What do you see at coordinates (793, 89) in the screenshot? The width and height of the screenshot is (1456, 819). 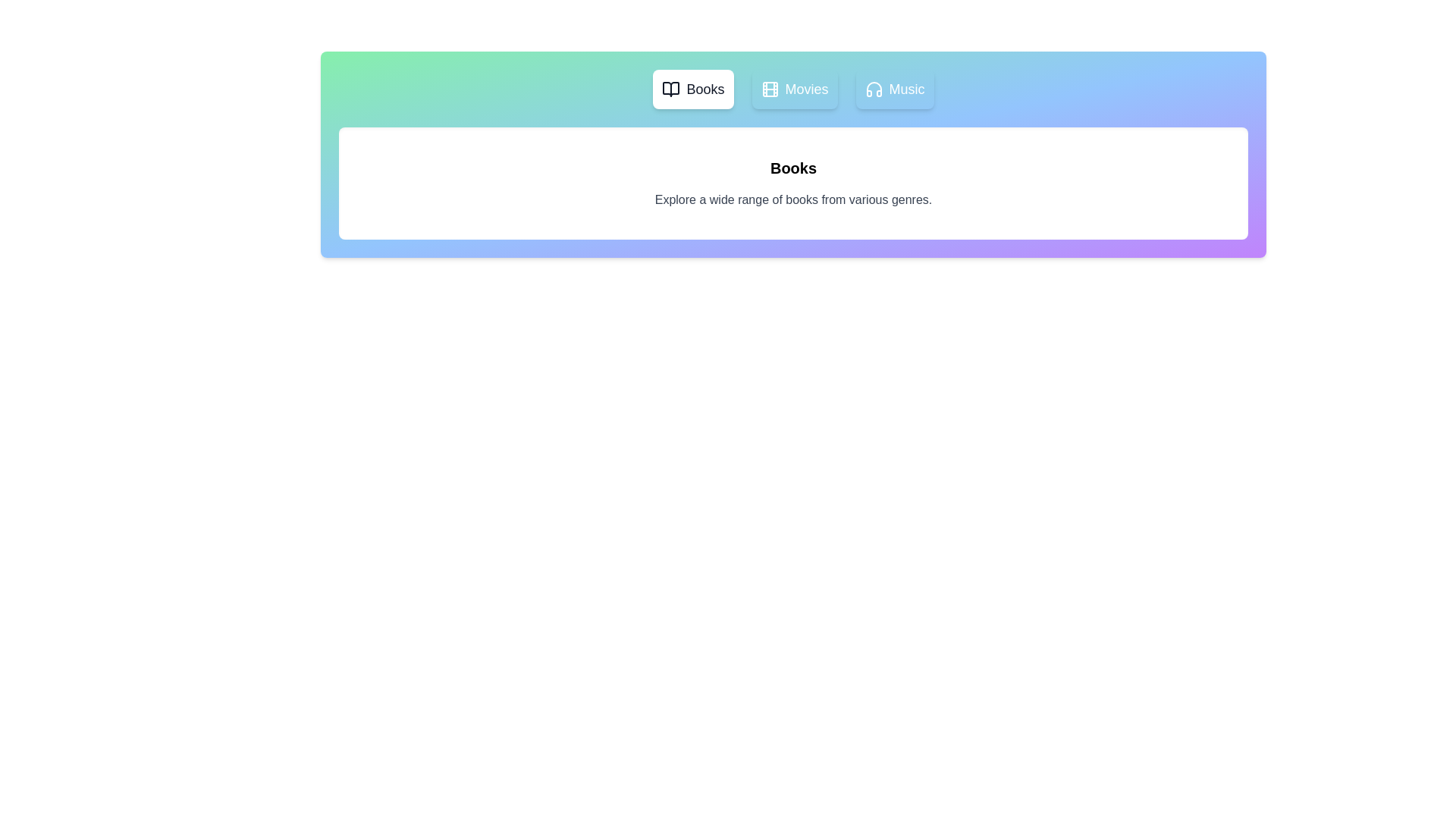 I see `the Movies tab to view its content` at bounding box center [793, 89].